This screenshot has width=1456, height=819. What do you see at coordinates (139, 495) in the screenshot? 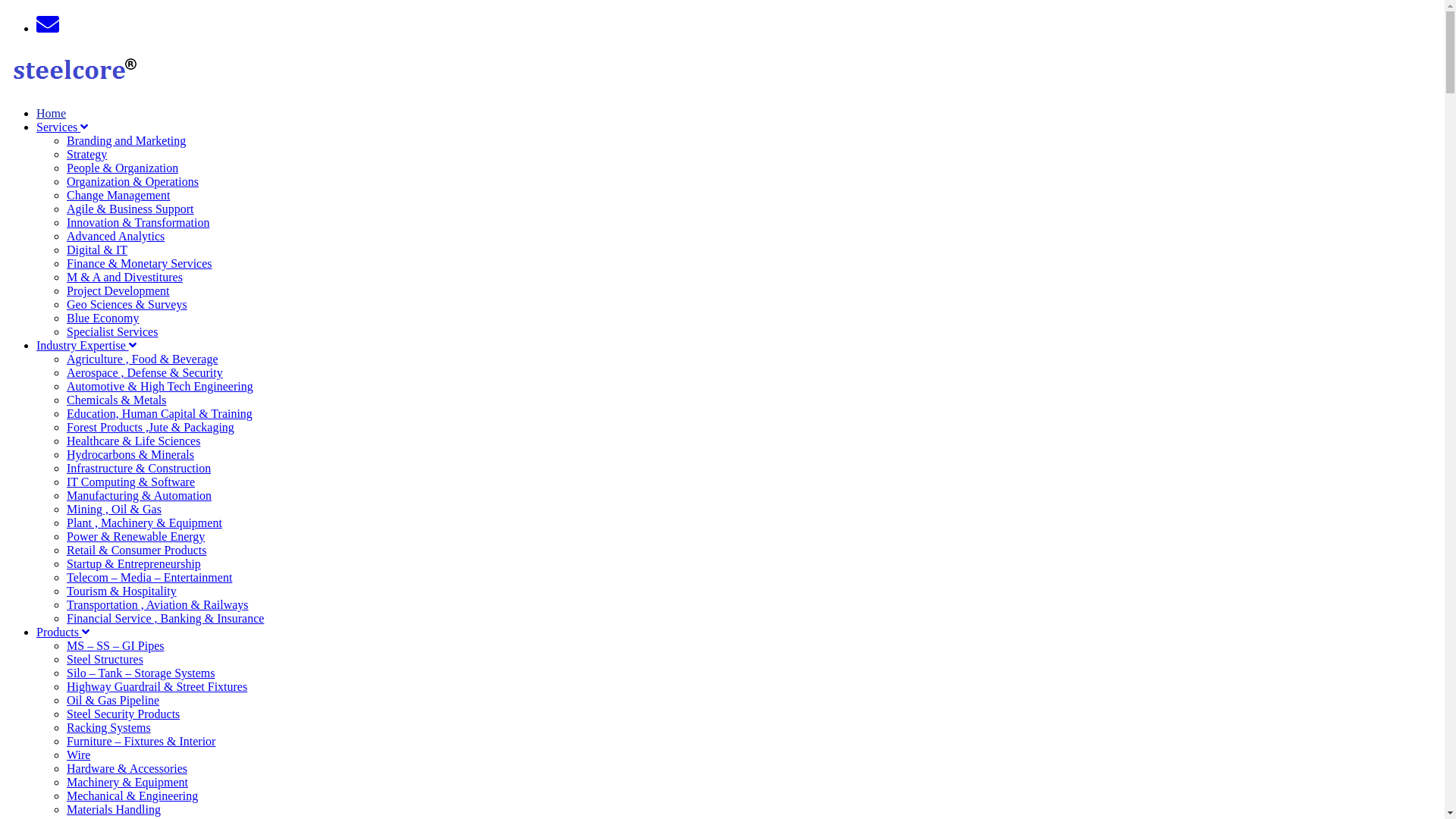
I see `'Manufacturing & Automation'` at bounding box center [139, 495].